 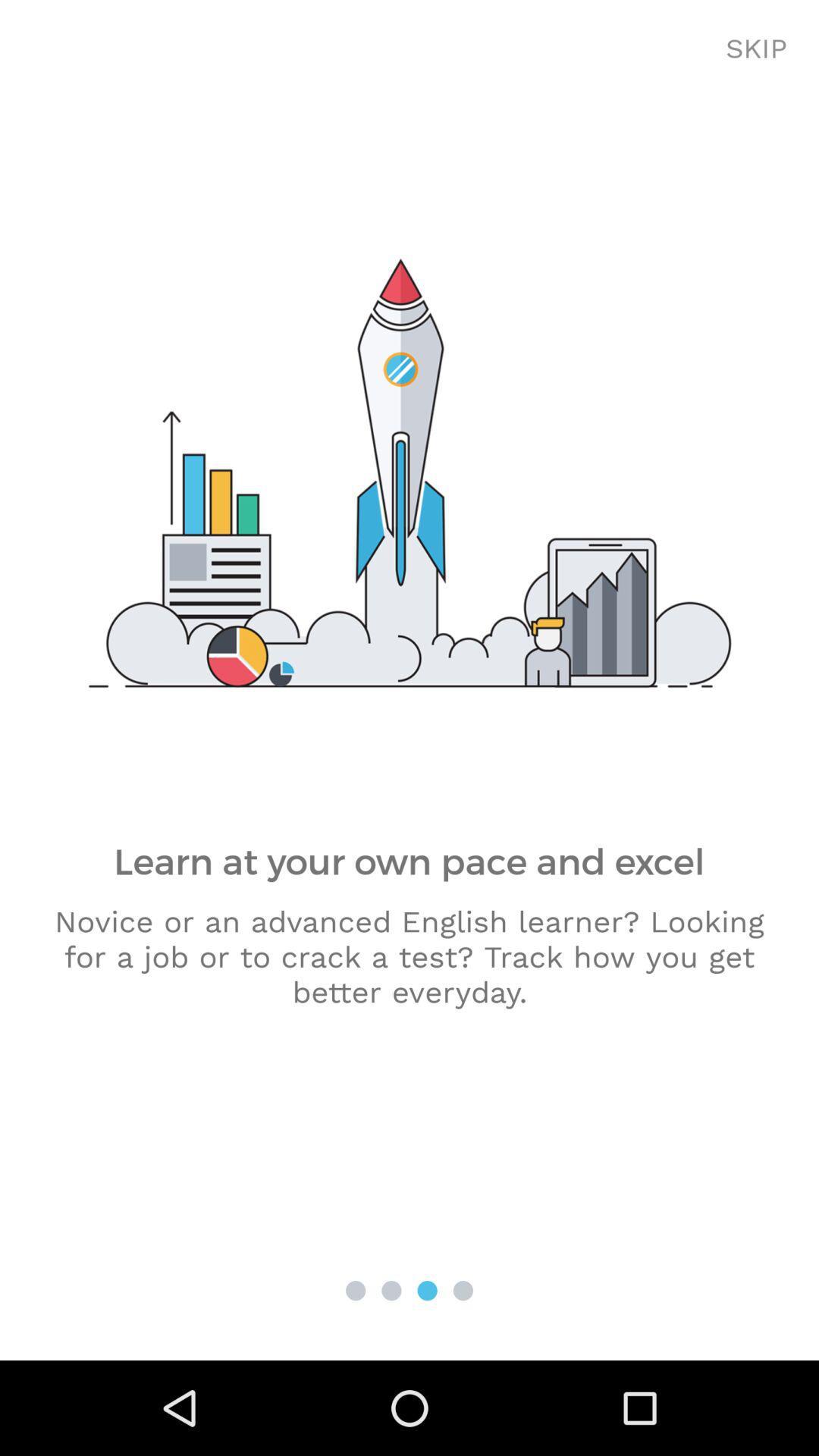 I want to click on the skip, so click(x=756, y=49).